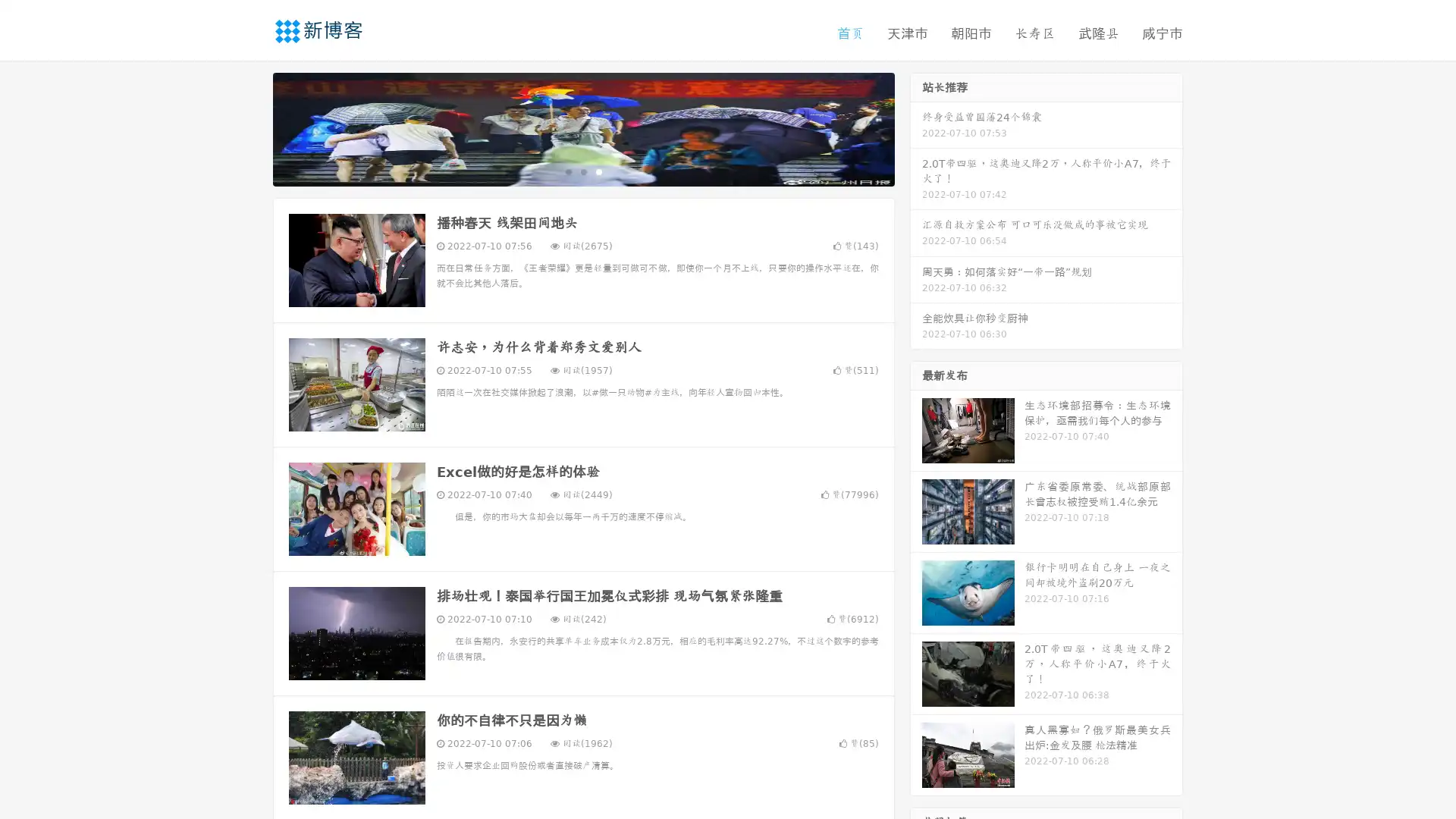  What do you see at coordinates (250, 127) in the screenshot?
I see `Previous slide` at bounding box center [250, 127].